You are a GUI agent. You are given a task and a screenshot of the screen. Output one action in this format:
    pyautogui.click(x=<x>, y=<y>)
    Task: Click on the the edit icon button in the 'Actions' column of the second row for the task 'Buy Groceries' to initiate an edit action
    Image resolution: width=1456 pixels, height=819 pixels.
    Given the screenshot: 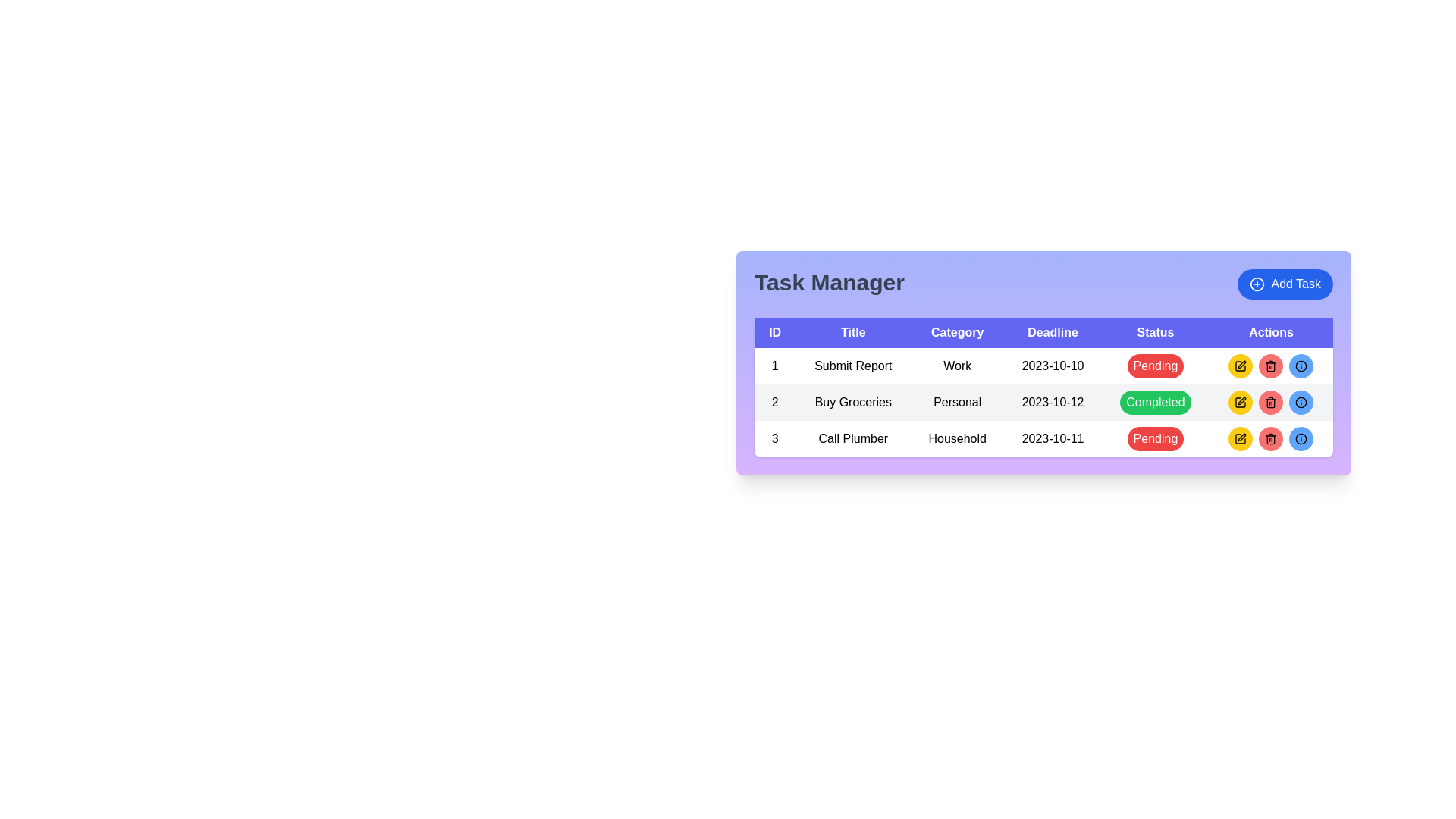 What is the action you would take?
    pyautogui.click(x=1242, y=438)
    